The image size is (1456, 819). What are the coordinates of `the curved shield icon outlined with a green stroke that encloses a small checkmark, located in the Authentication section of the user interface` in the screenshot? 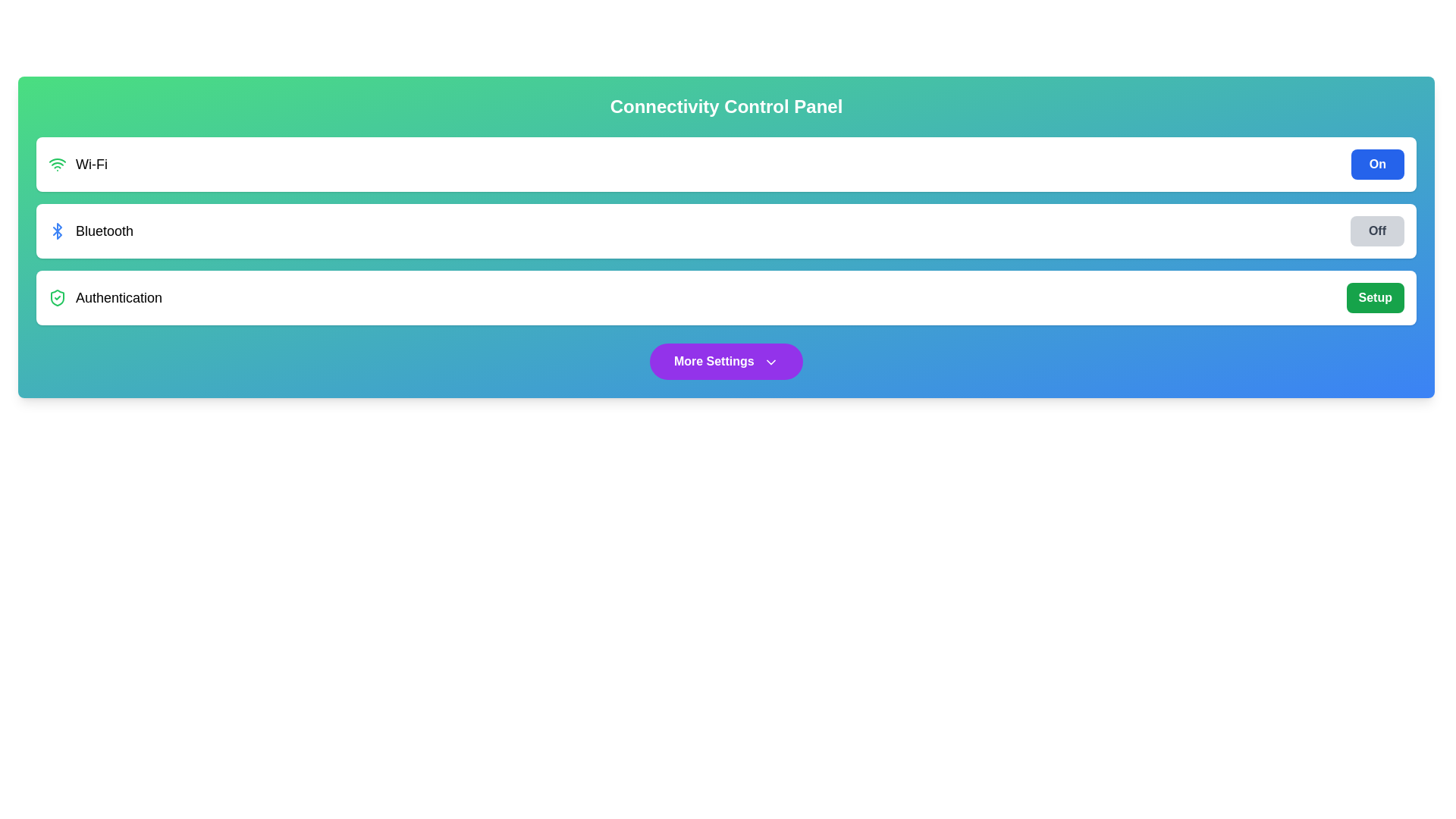 It's located at (58, 298).